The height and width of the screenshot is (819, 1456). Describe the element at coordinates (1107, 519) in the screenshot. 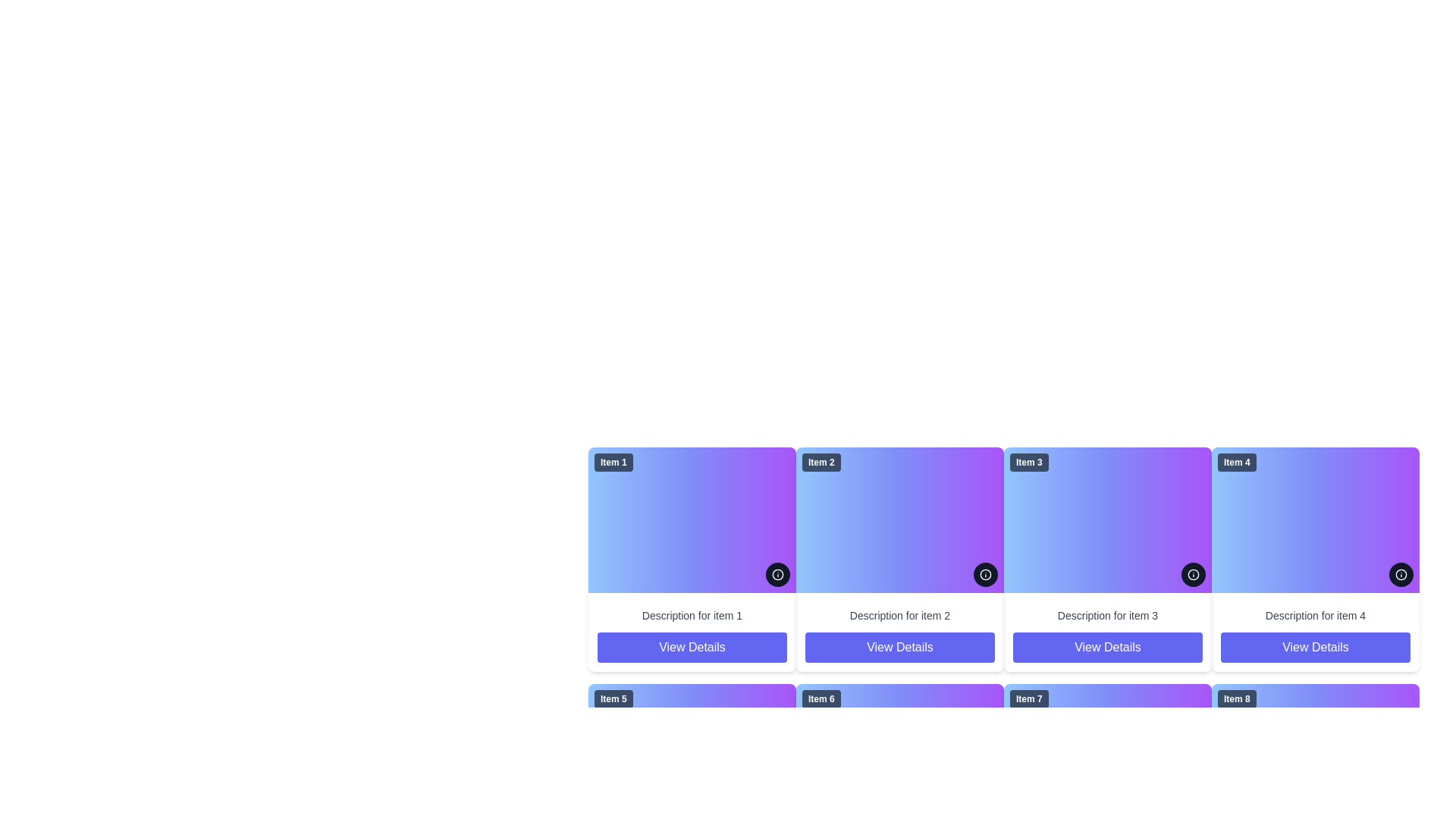

I see `the 'Item 3' card element` at that location.